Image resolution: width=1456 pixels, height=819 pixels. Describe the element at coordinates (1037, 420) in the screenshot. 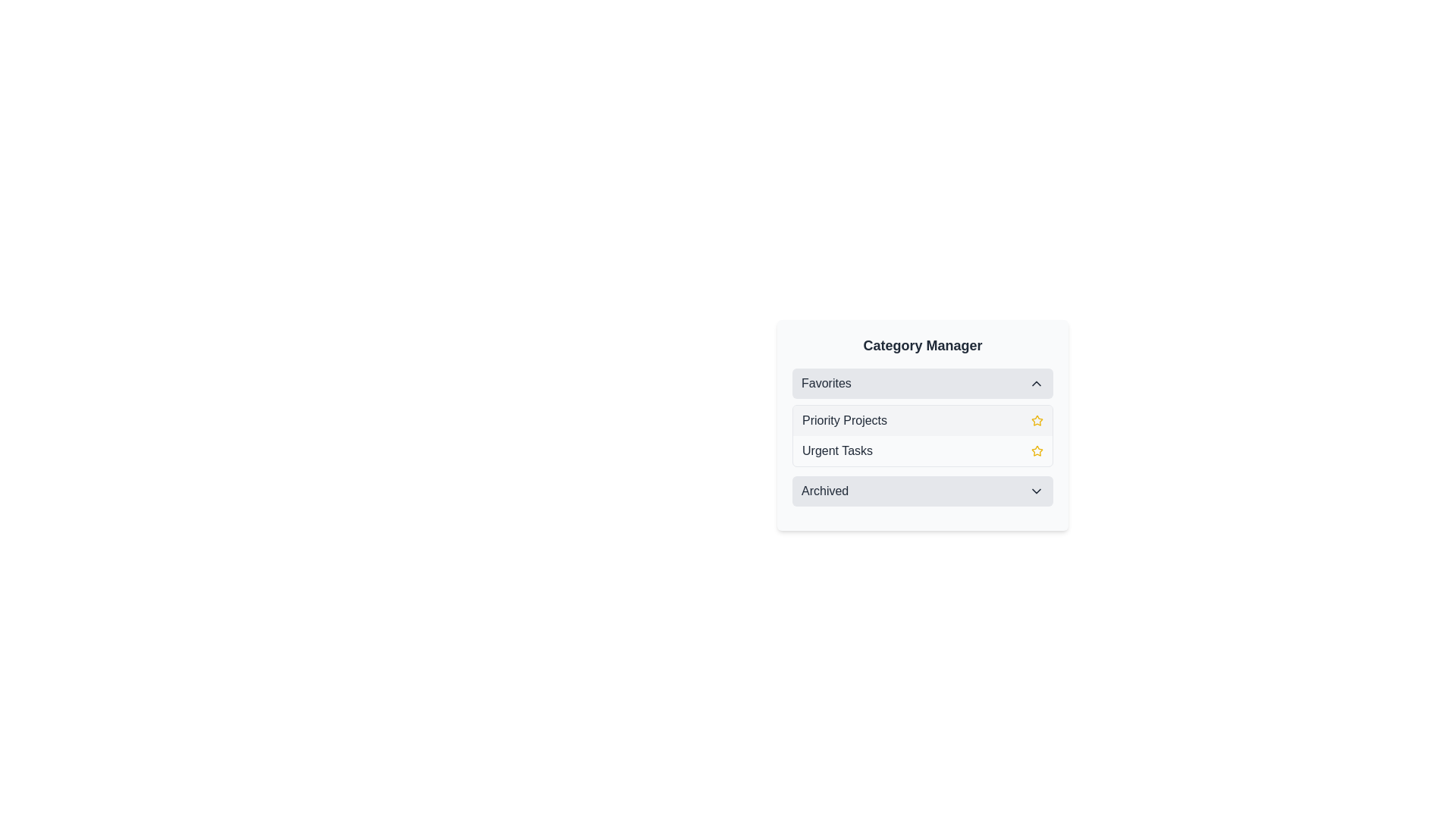

I see `the star icon located to the right of the 'Urgent Tasks' text in the 'Category Manager' section` at that location.